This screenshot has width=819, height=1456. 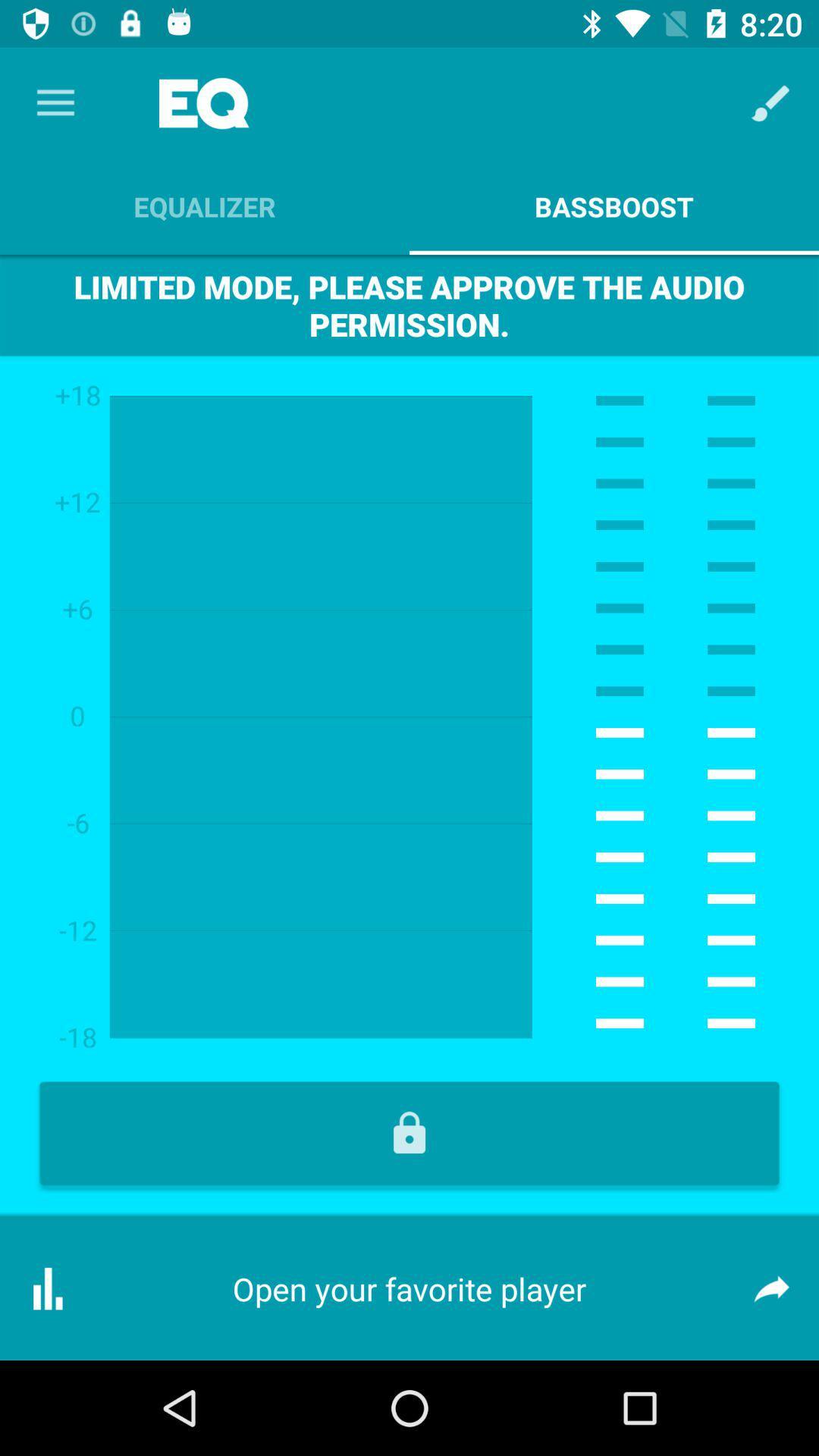 What do you see at coordinates (771, 102) in the screenshot?
I see `app next to the equalizer item` at bounding box center [771, 102].